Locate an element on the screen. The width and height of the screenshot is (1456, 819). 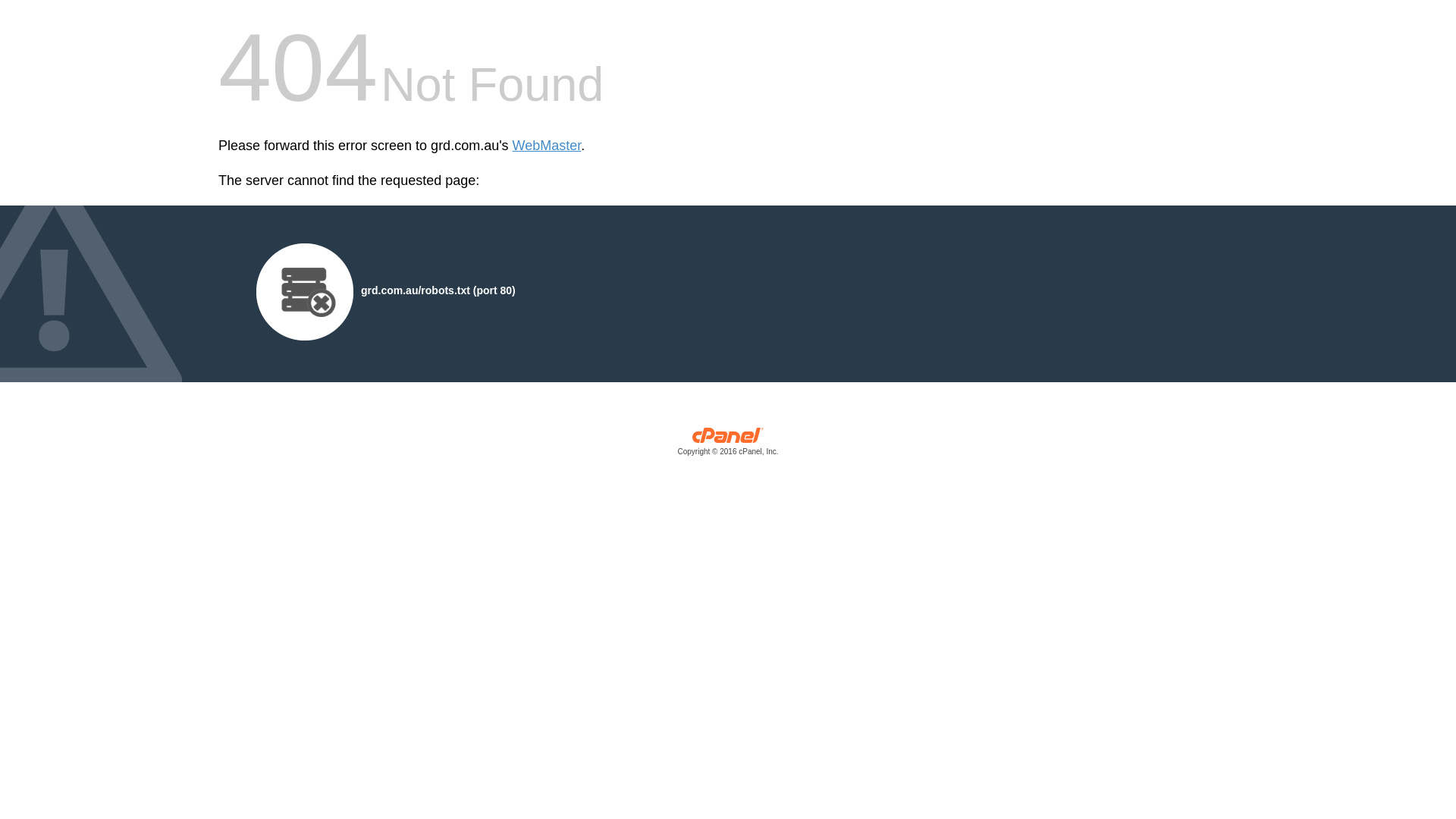
'WebMaster' is located at coordinates (513, 146).